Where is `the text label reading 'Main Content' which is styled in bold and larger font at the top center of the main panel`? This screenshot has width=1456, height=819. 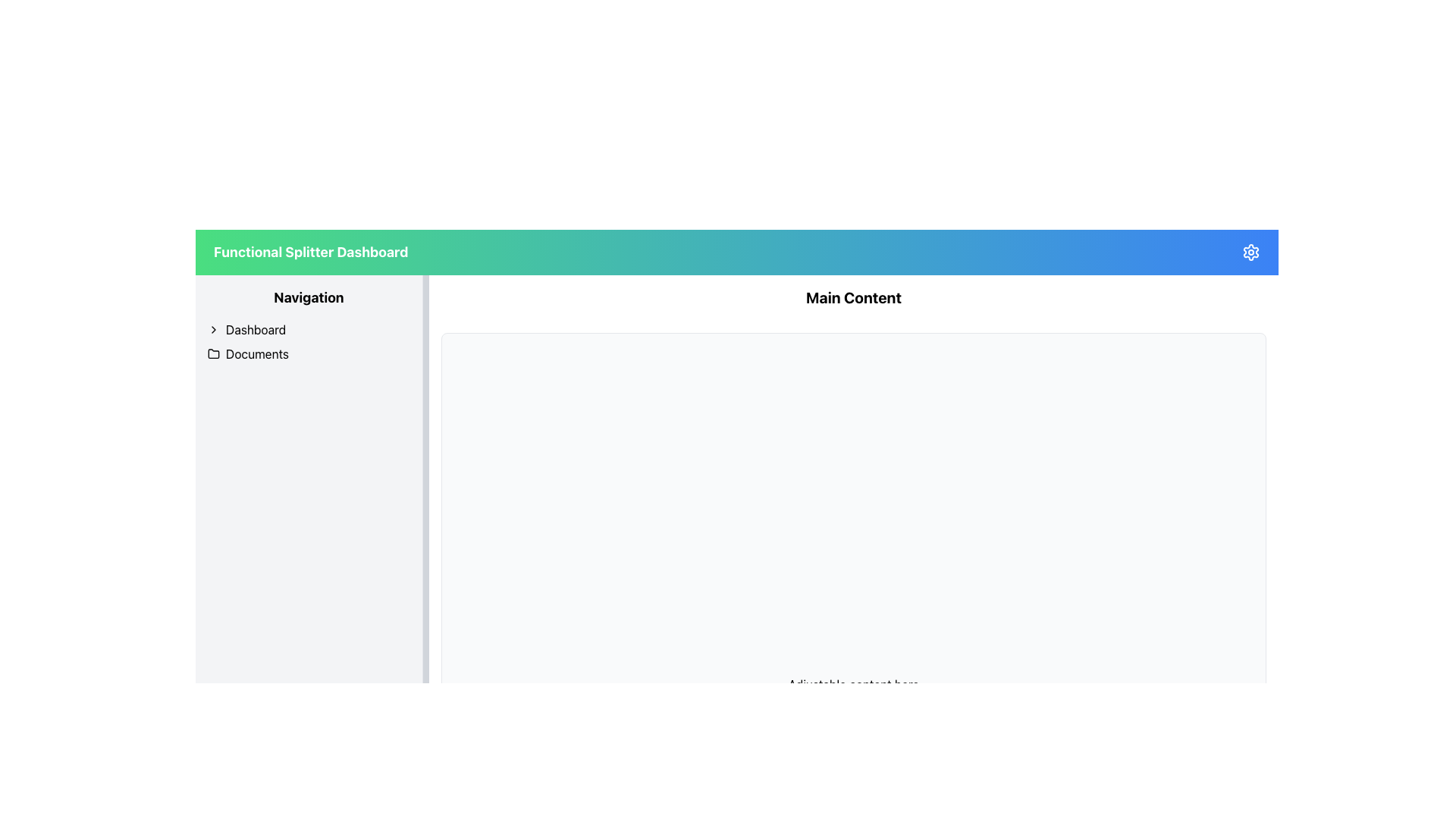
the text label reading 'Main Content' which is styled in bold and larger font at the top center of the main panel is located at coordinates (854, 298).